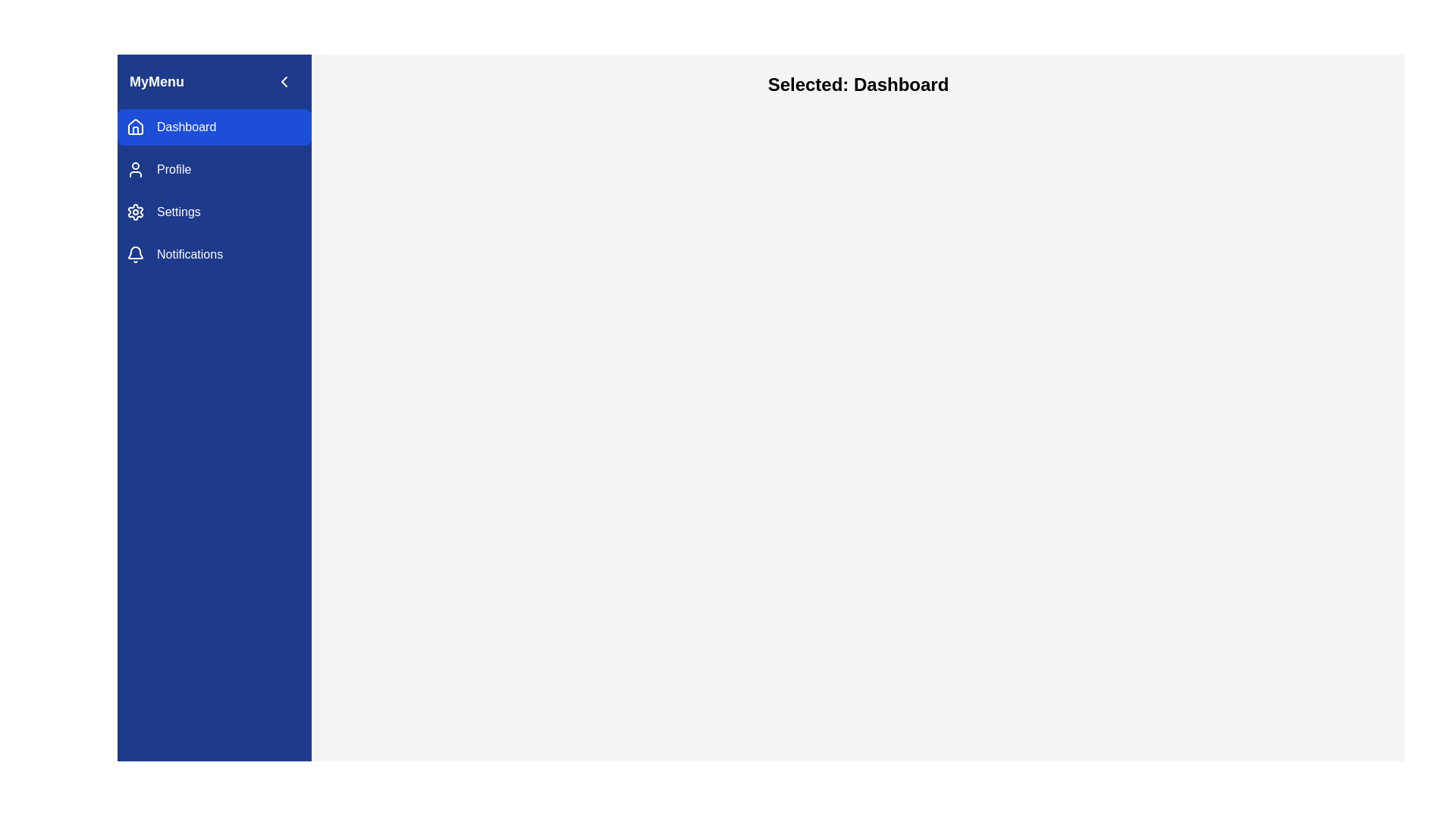 The height and width of the screenshot is (819, 1456). What do you see at coordinates (284, 82) in the screenshot?
I see `the Chevron icon button located in the top right corner of the vertical navigation panel` at bounding box center [284, 82].